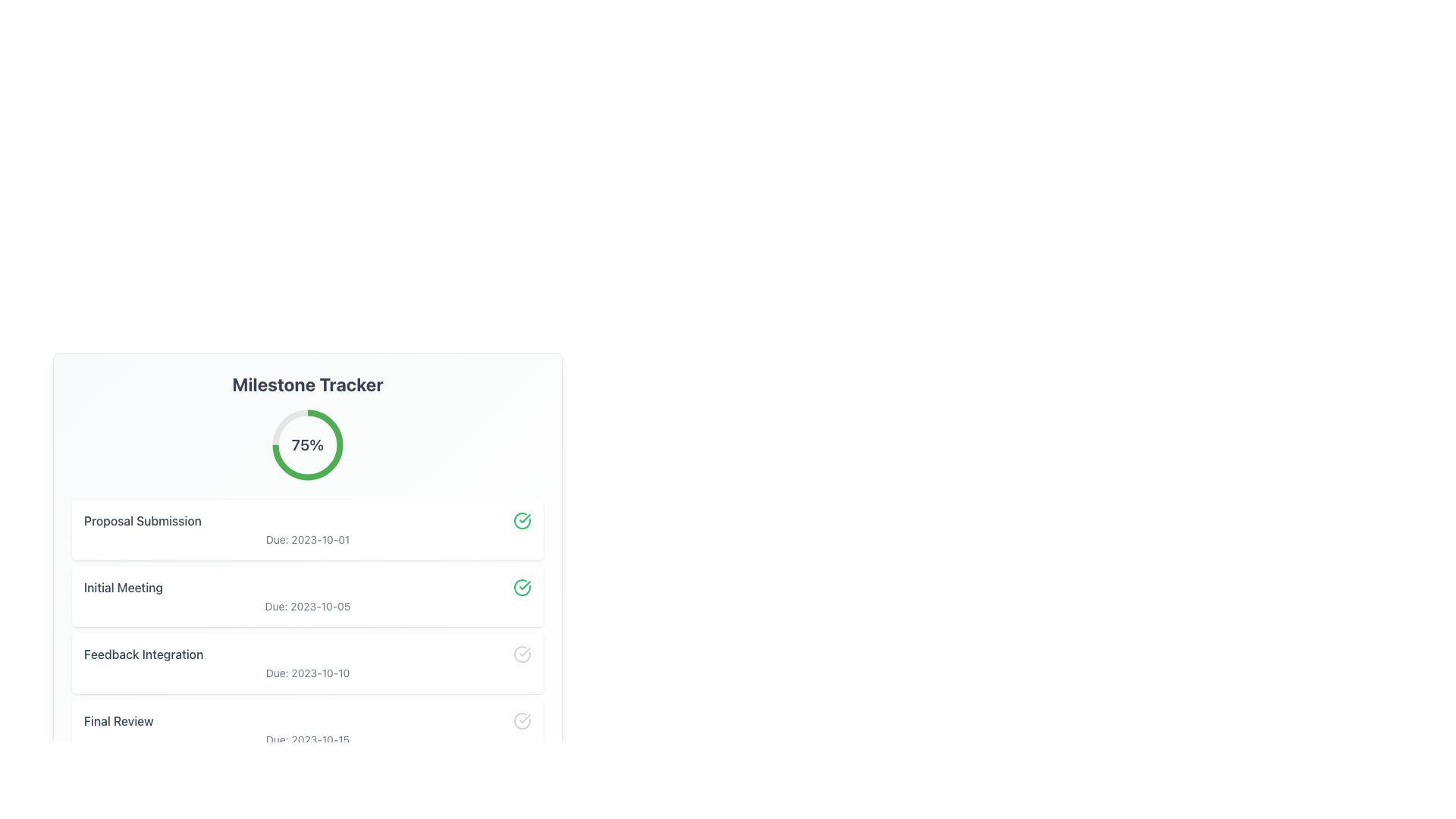 The image size is (1456, 819). I want to click on the 'Feedback Integration' list item in the 'Milestone Tracker' section, which is the third block in a vertical list of four items, so click(307, 663).